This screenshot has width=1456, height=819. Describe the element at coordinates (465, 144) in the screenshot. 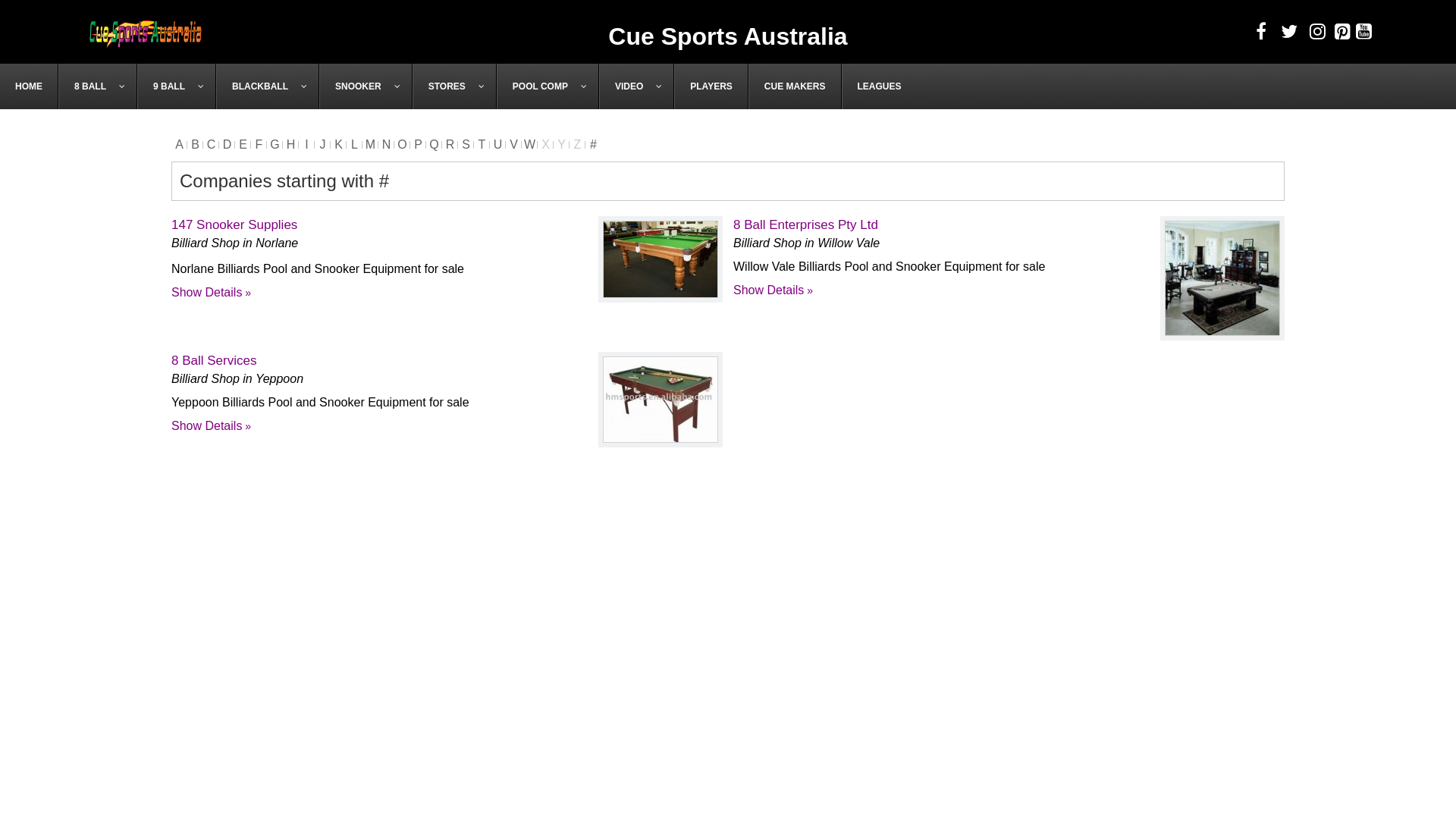

I see `'S'` at that location.